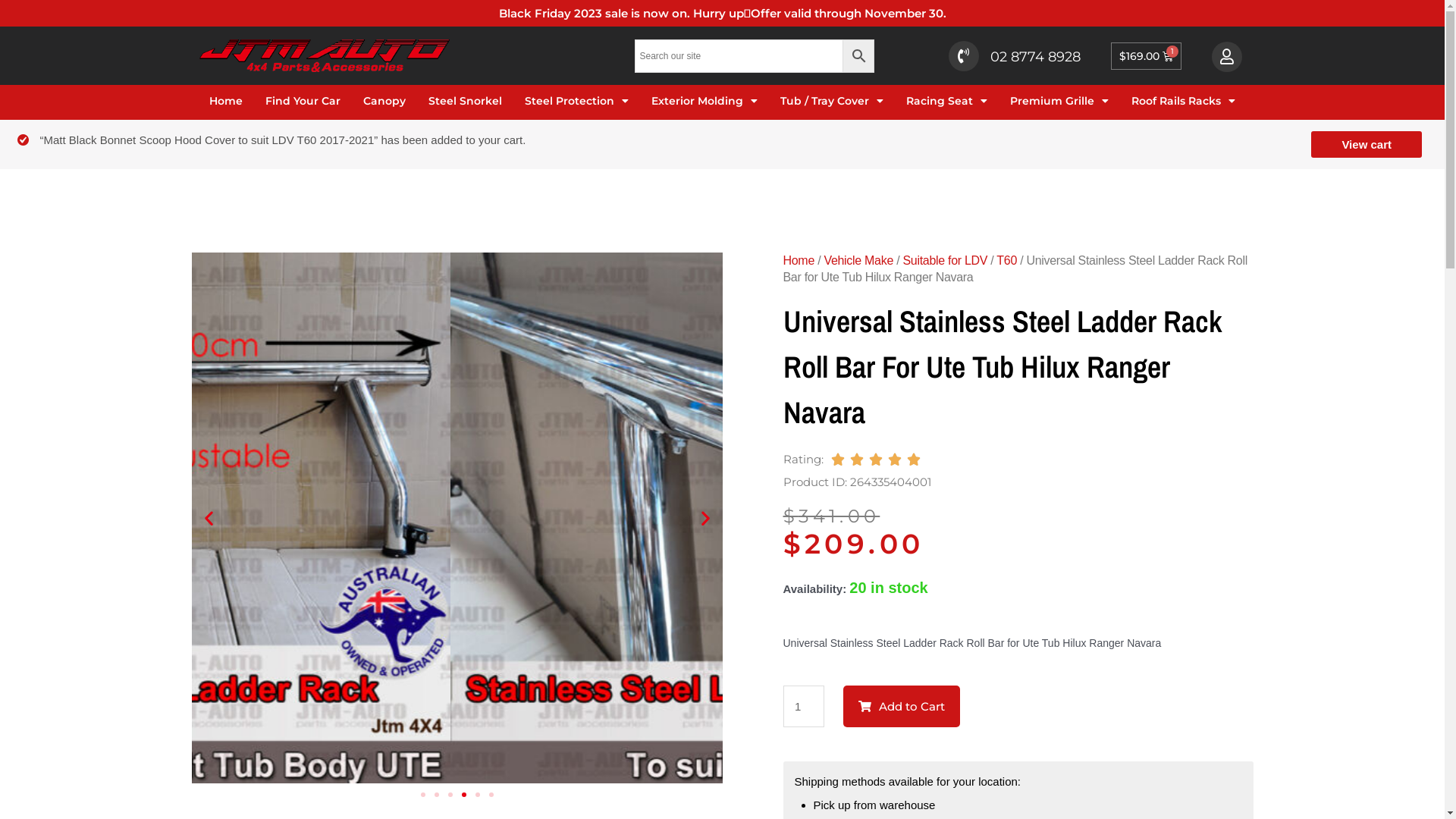  I want to click on 'Steel Protection', so click(576, 101).